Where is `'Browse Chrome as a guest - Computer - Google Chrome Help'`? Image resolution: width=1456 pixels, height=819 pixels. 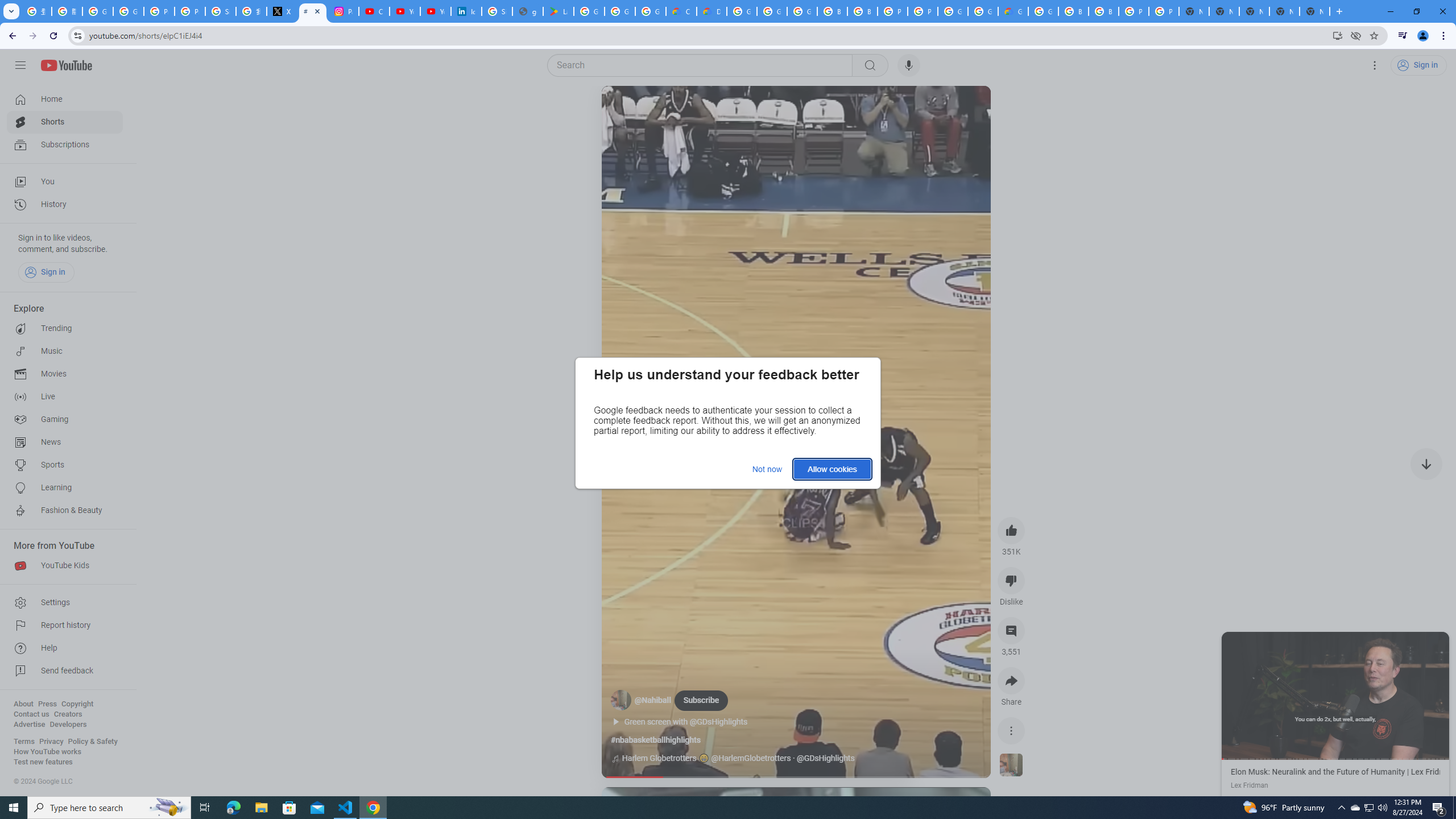
'Browse Chrome as a guest - Computer - Google Chrome Help' is located at coordinates (1103, 11).